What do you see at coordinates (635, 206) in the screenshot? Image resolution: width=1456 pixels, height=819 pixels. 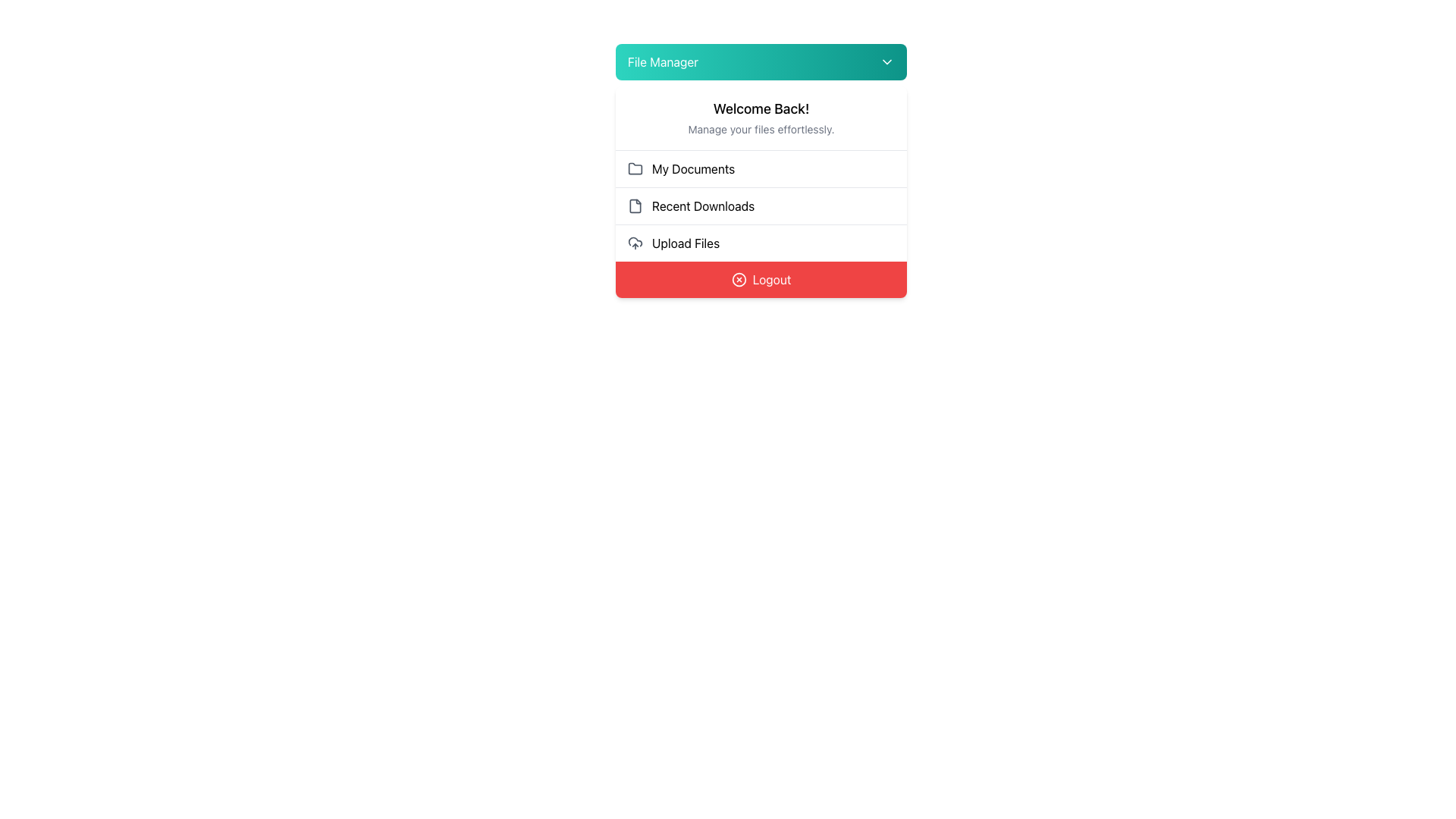 I see `the 'Recent Downloads' SVG Icon, which is positioned to the left of the 'Recent Downloads' text in a vertical list of options` at bounding box center [635, 206].